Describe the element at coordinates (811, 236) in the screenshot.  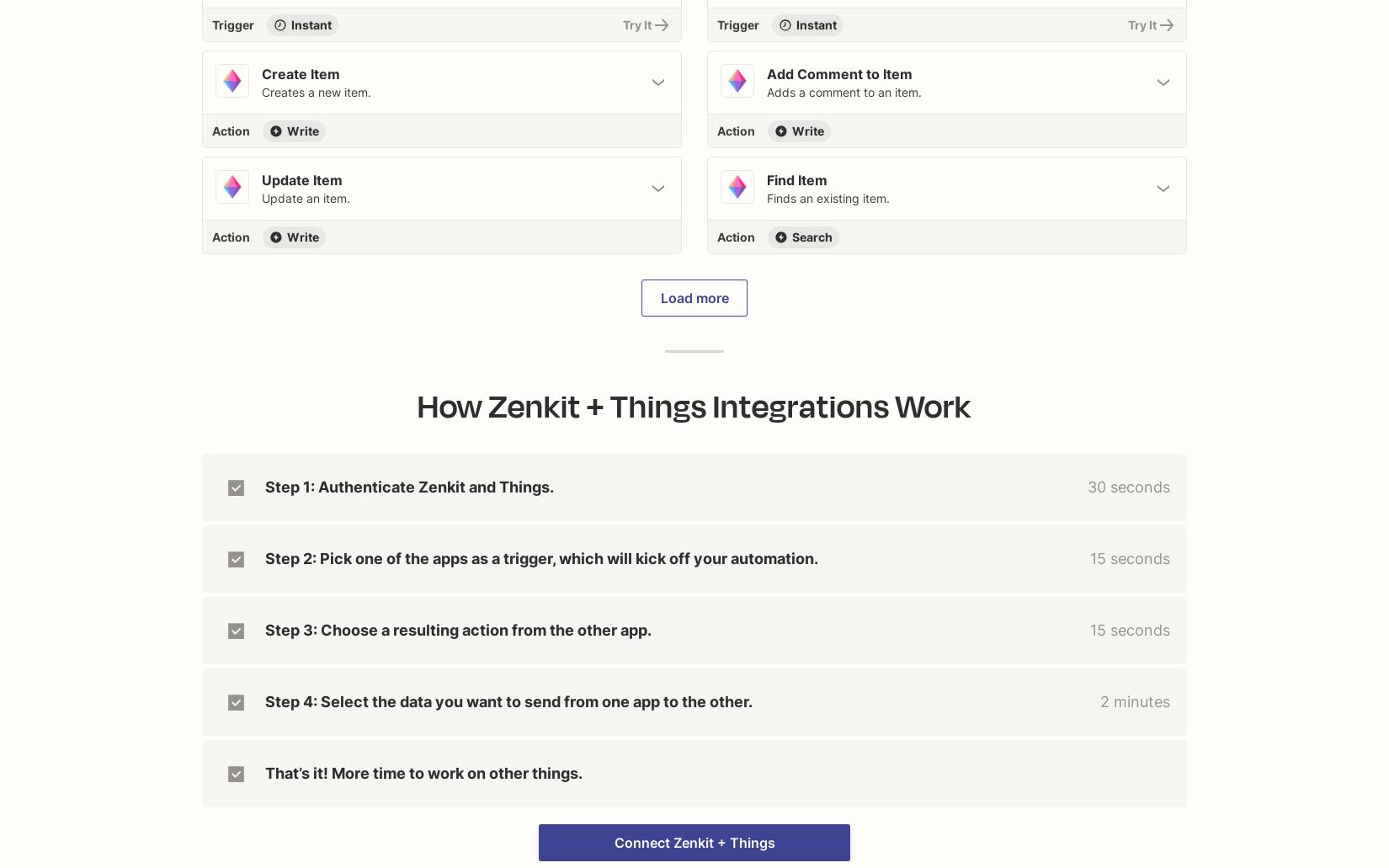
I see `'Search'` at that location.